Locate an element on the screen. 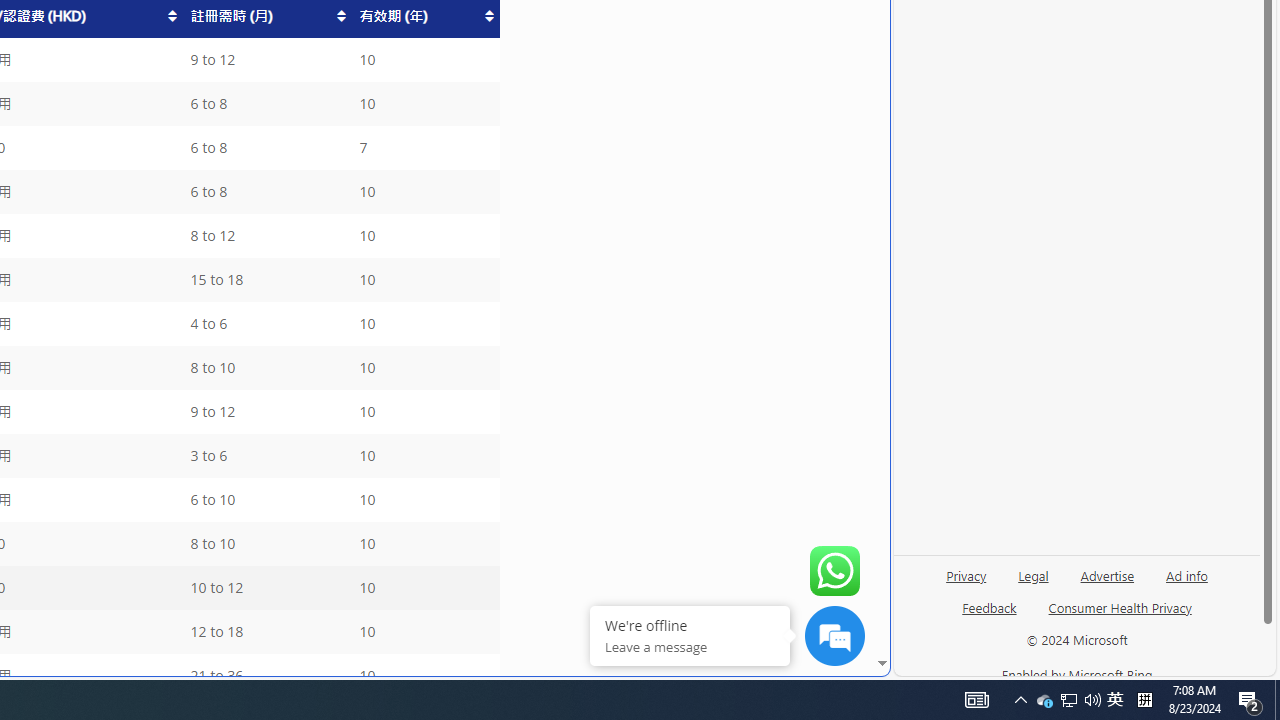  'Advertise' is located at coordinates (1106, 574).